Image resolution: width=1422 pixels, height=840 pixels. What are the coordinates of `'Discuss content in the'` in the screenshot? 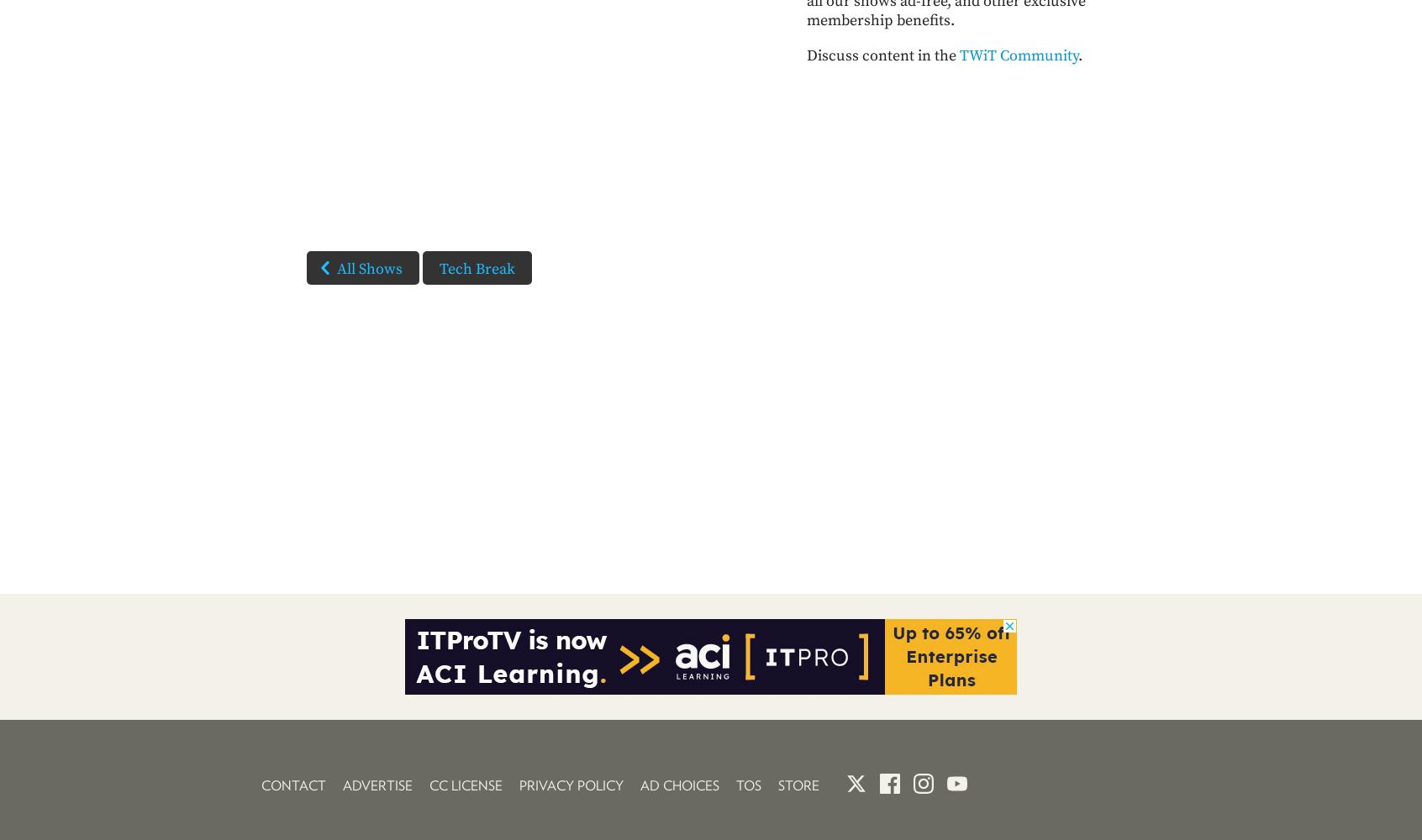 It's located at (807, 54).